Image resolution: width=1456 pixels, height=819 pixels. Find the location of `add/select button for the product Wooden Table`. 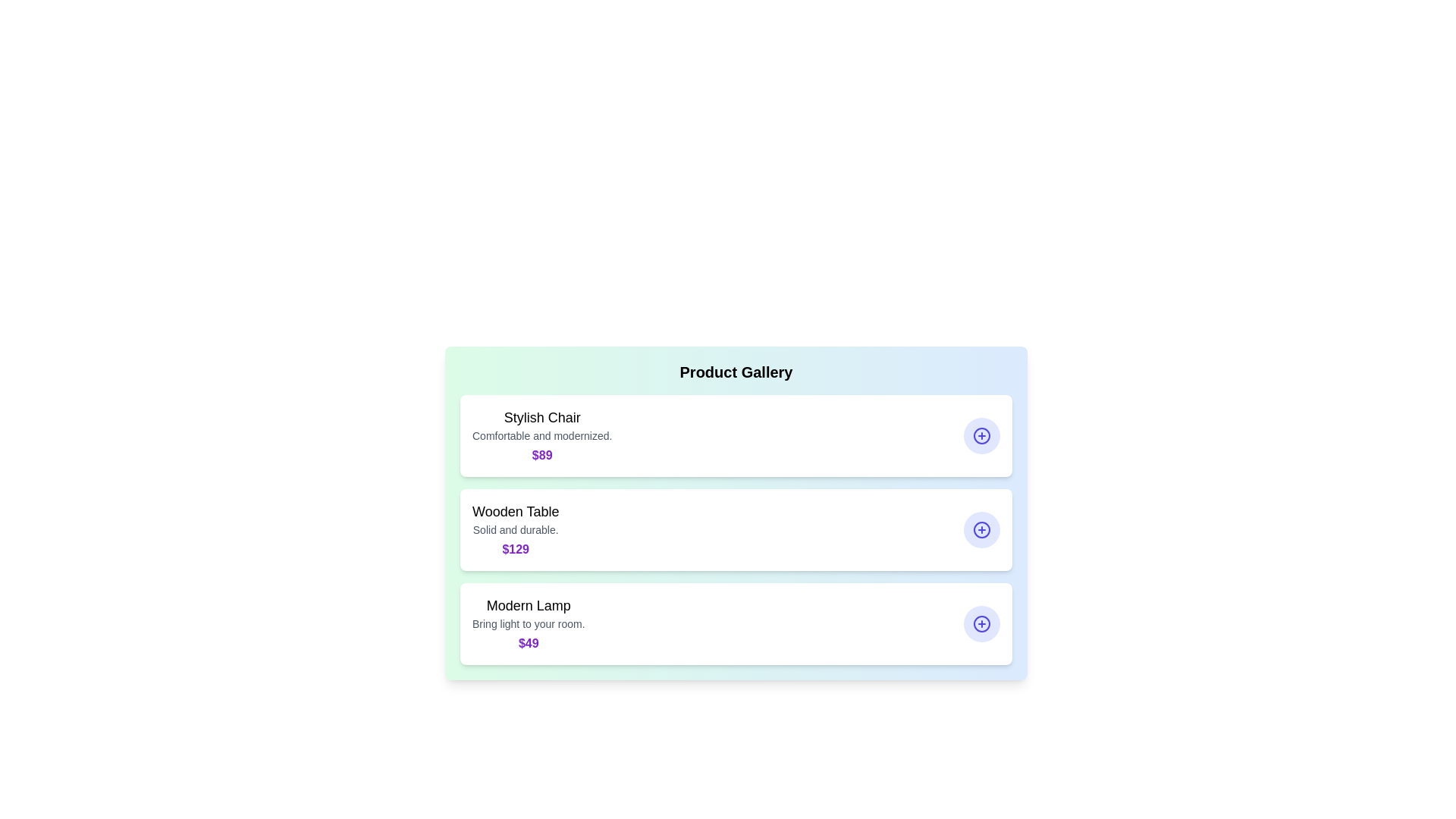

add/select button for the product Wooden Table is located at coordinates (982, 529).